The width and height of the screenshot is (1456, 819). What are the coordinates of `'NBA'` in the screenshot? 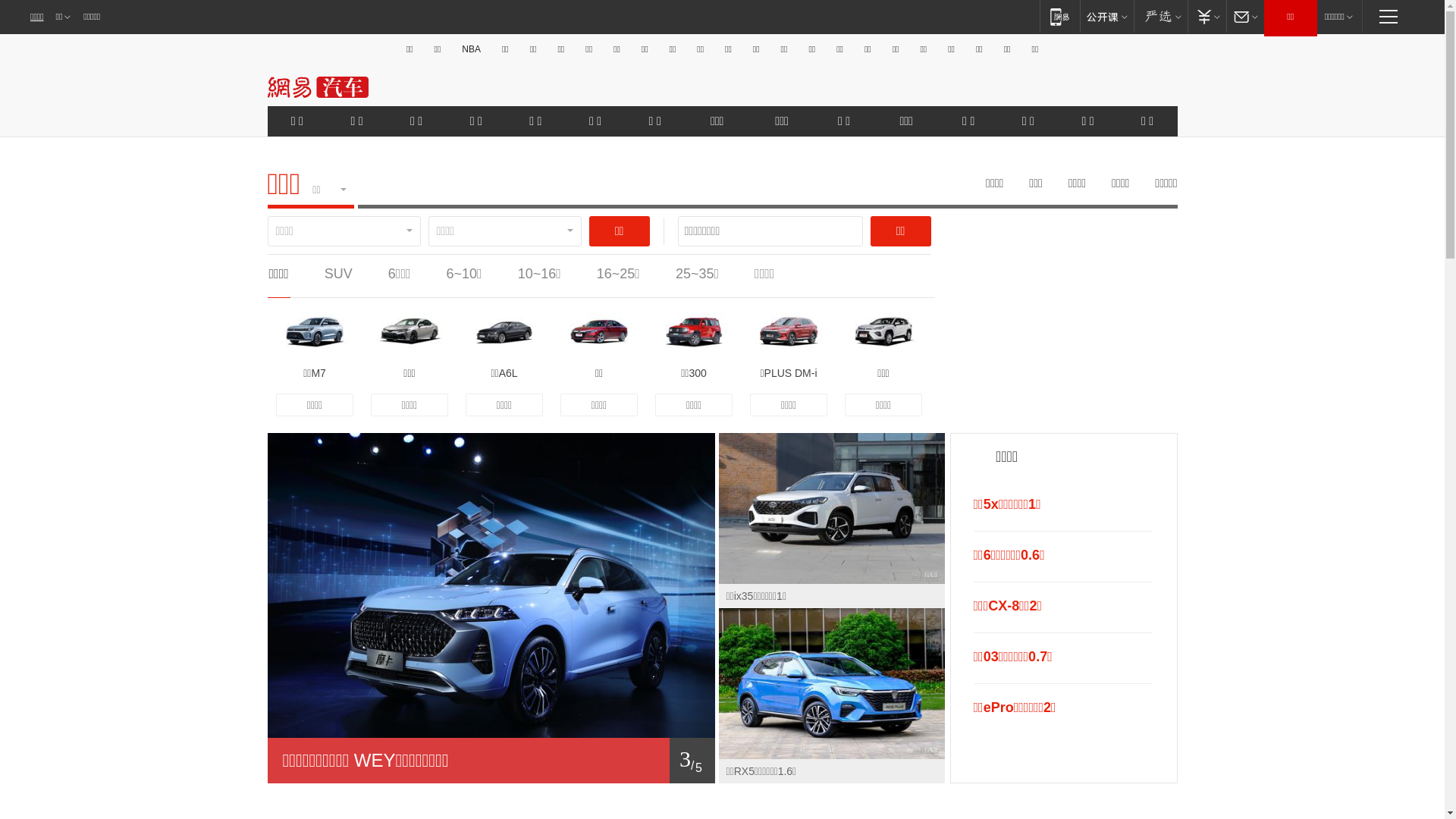 It's located at (470, 49).